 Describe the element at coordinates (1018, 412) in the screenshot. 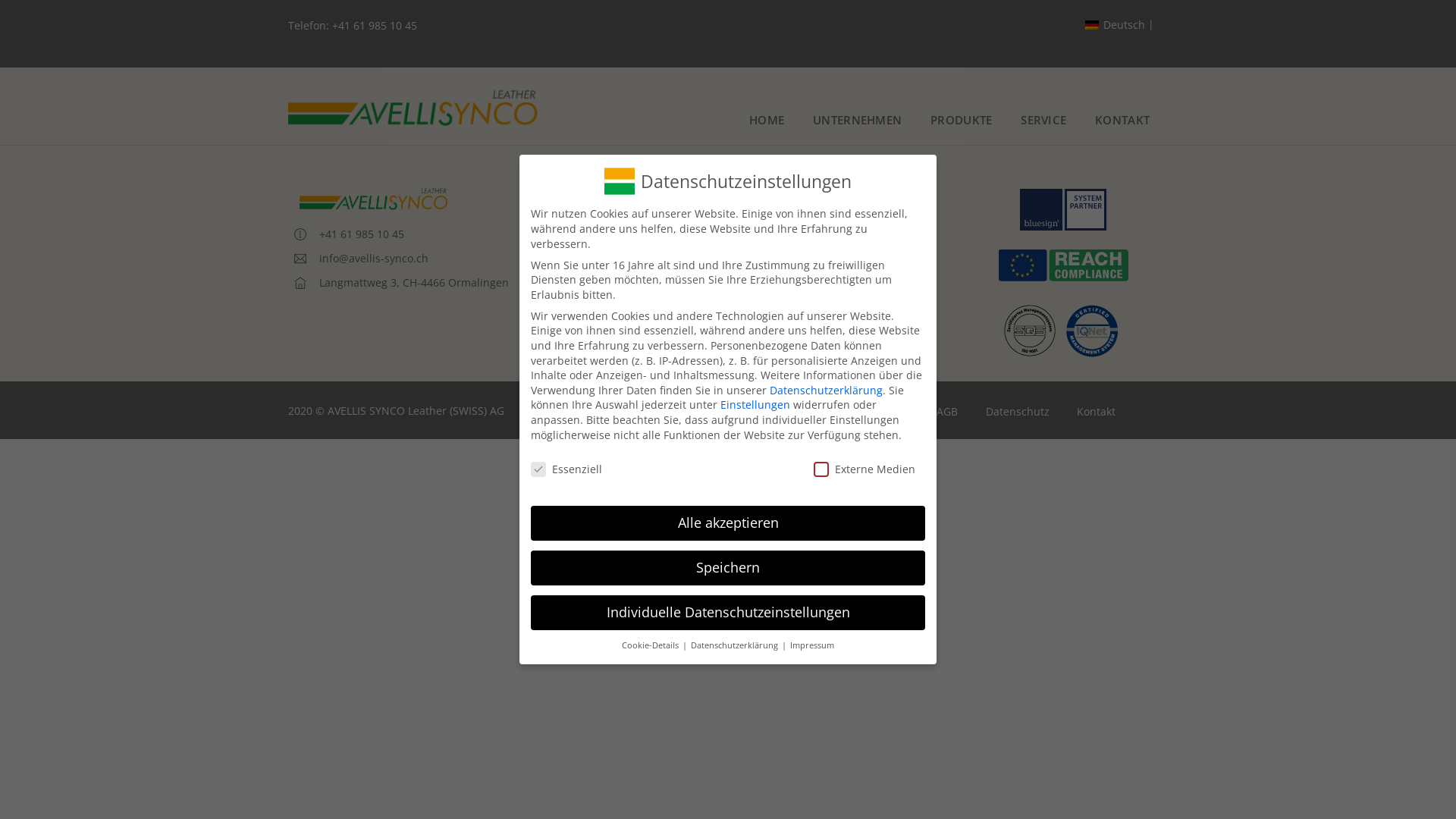

I see `'Datenschutz'` at that location.